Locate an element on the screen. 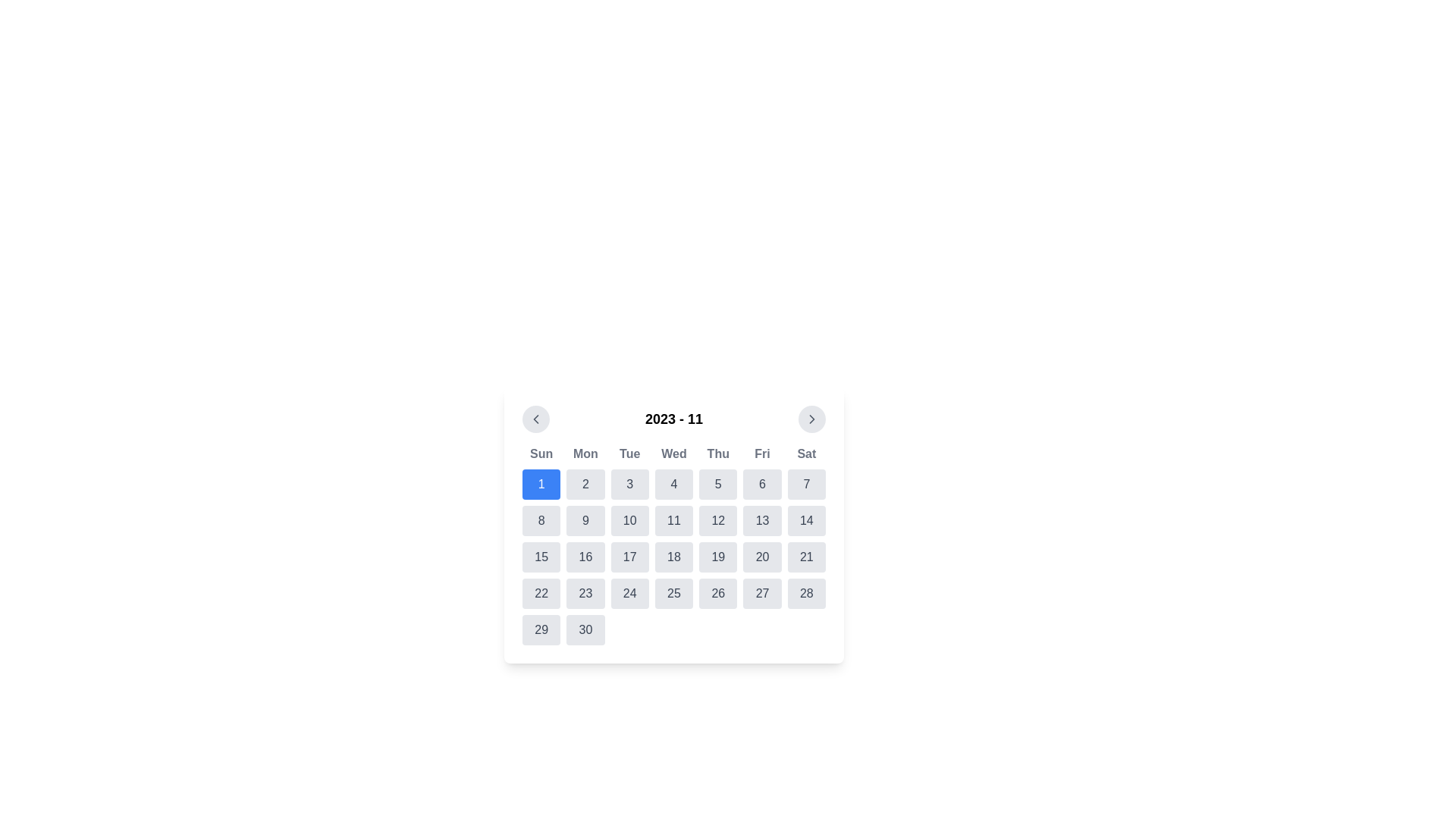  the rounded rectangular button with the number '4' in a medium gray font is located at coordinates (673, 485).